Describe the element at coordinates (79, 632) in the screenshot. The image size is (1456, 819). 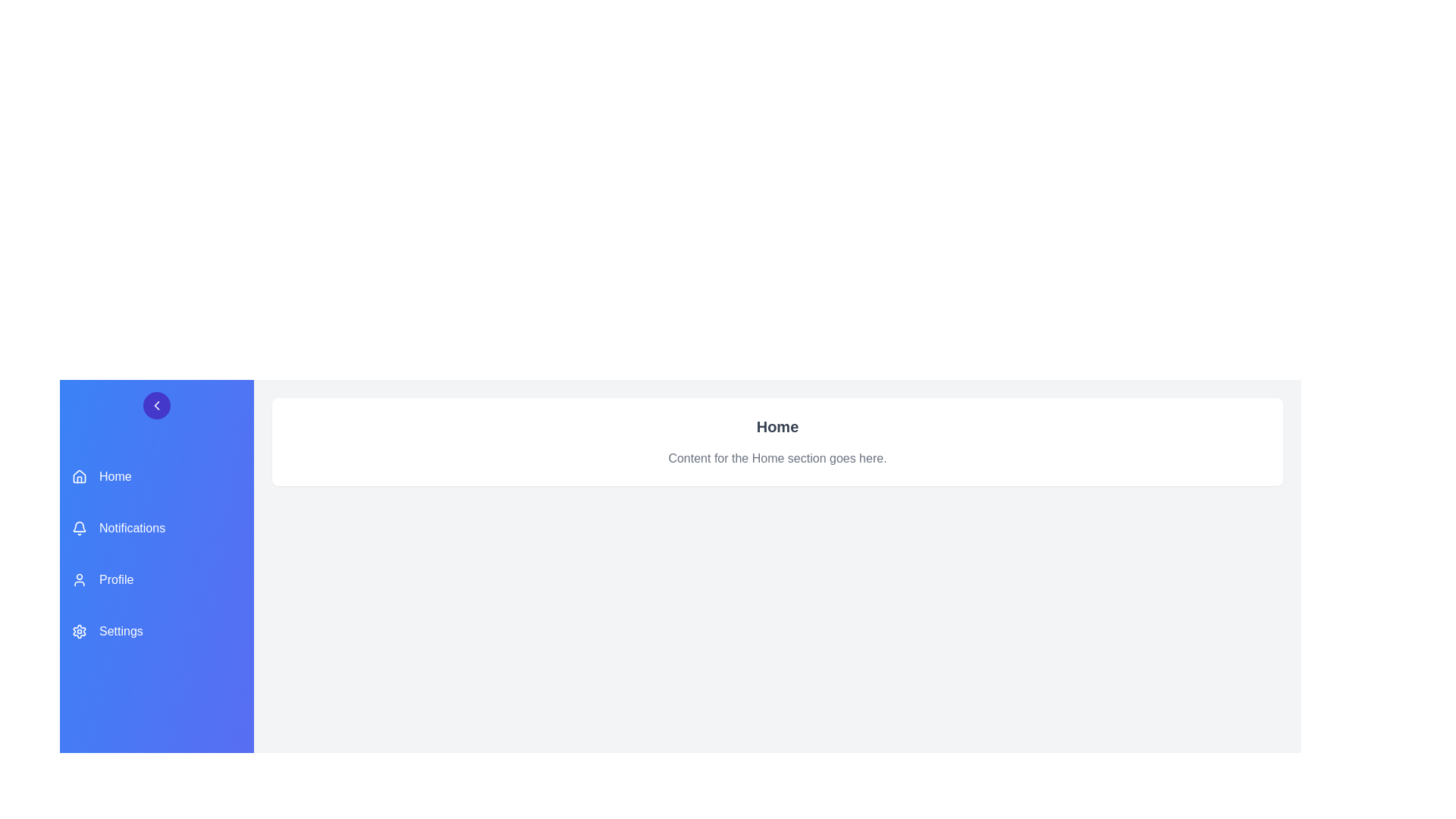
I see `the settings icon` at that location.